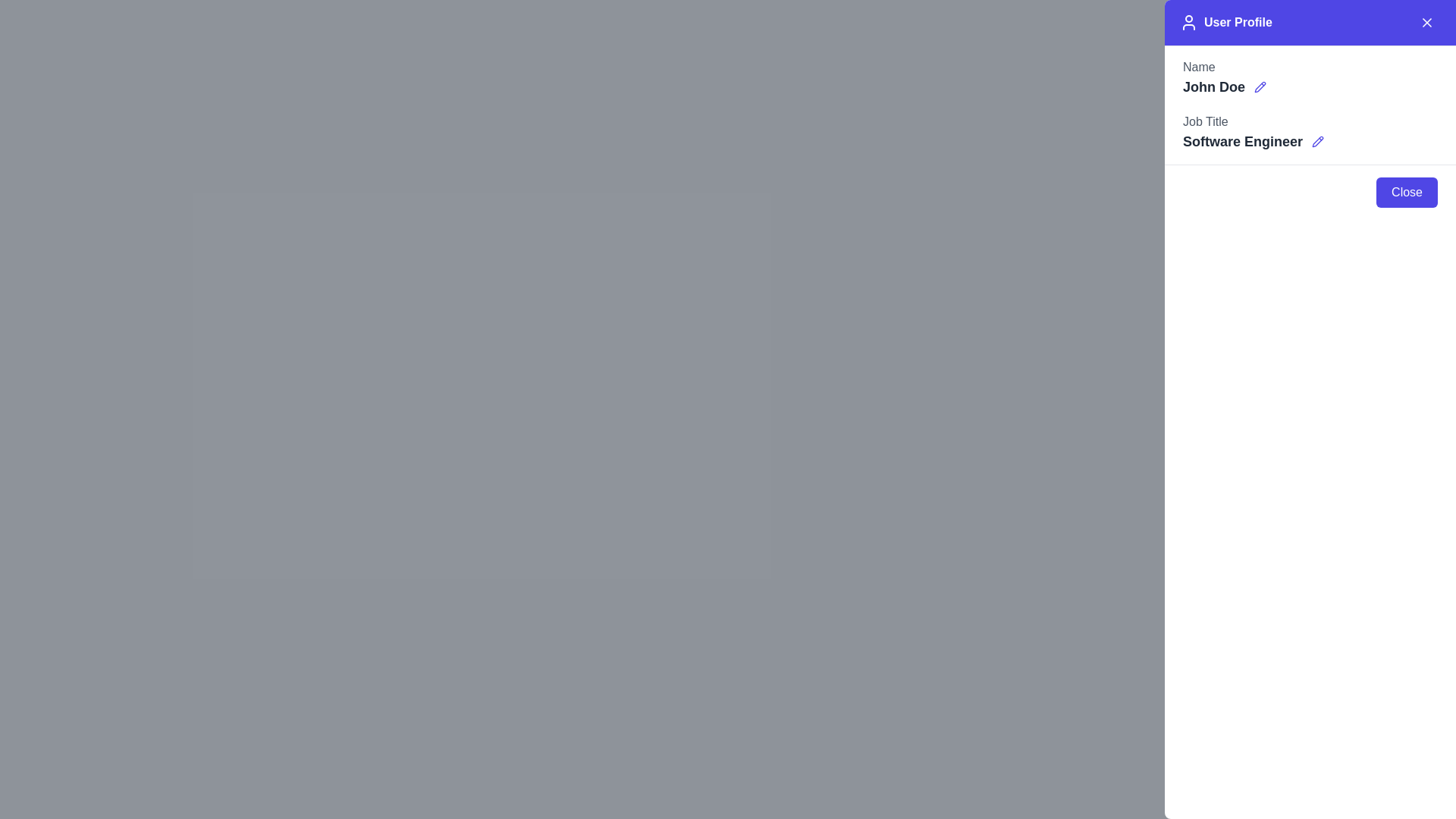 This screenshot has width=1456, height=819. What do you see at coordinates (1260, 87) in the screenshot?
I see `the pencil icon located in the 'User Profile' panel` at bounding box center [1260, 87].